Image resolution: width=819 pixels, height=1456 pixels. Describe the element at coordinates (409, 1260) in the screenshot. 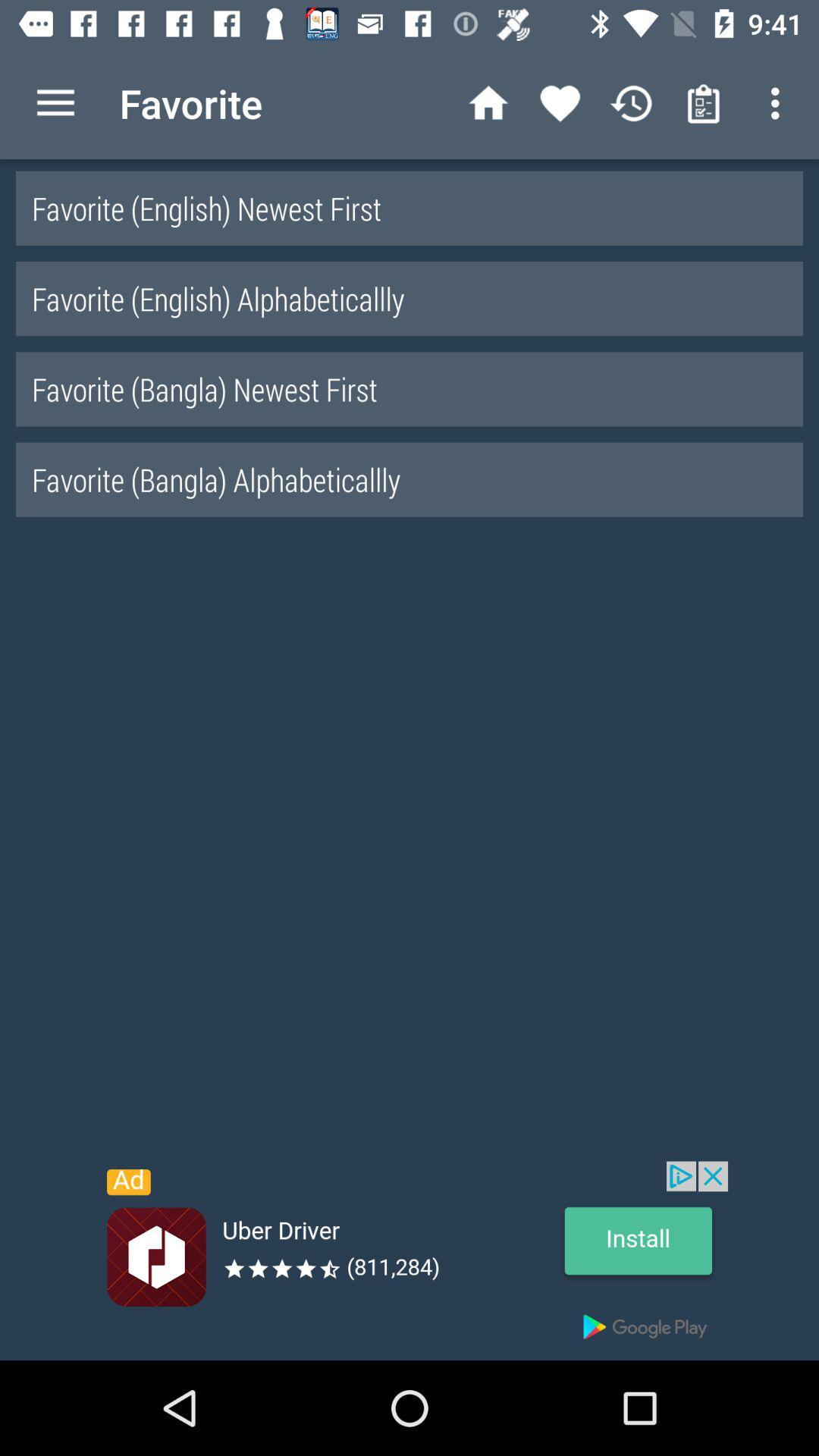

I see `click advertisement` at that location.